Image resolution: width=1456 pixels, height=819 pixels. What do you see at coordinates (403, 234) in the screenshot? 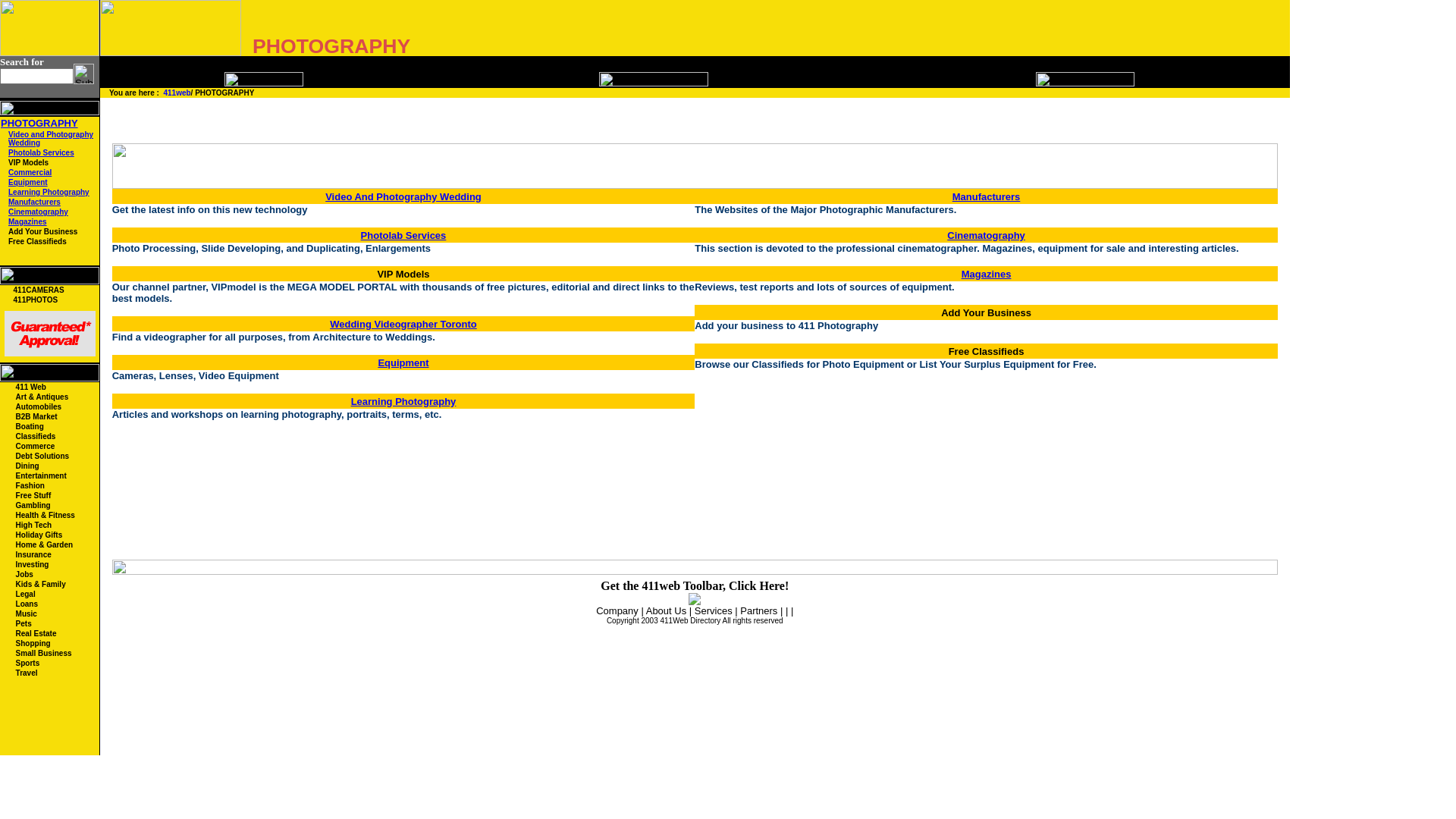
I see `'Photolab Services'` at bounding box center [403, 234].